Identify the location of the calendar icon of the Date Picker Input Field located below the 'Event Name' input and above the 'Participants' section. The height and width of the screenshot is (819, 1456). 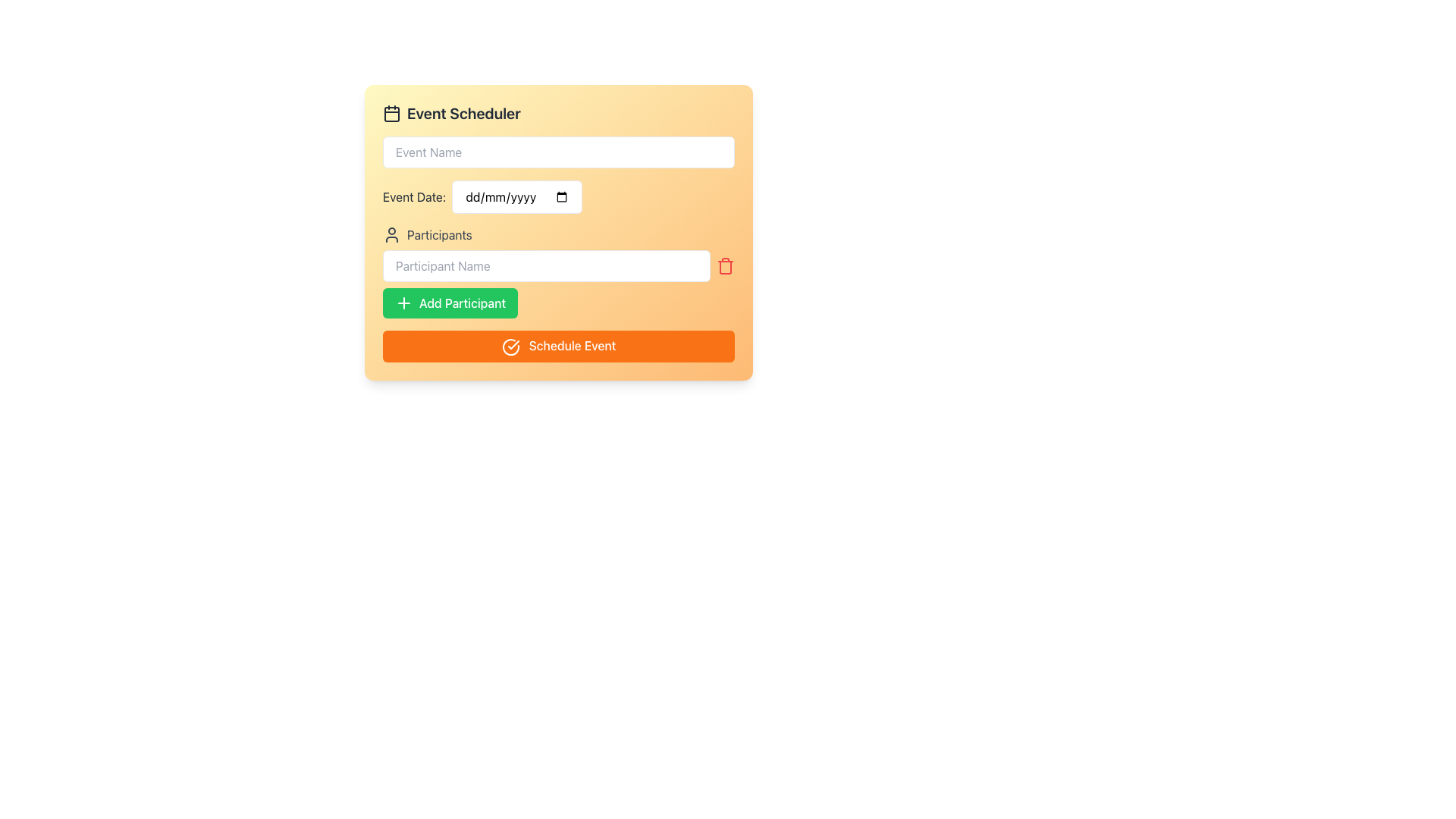
(558, 196).